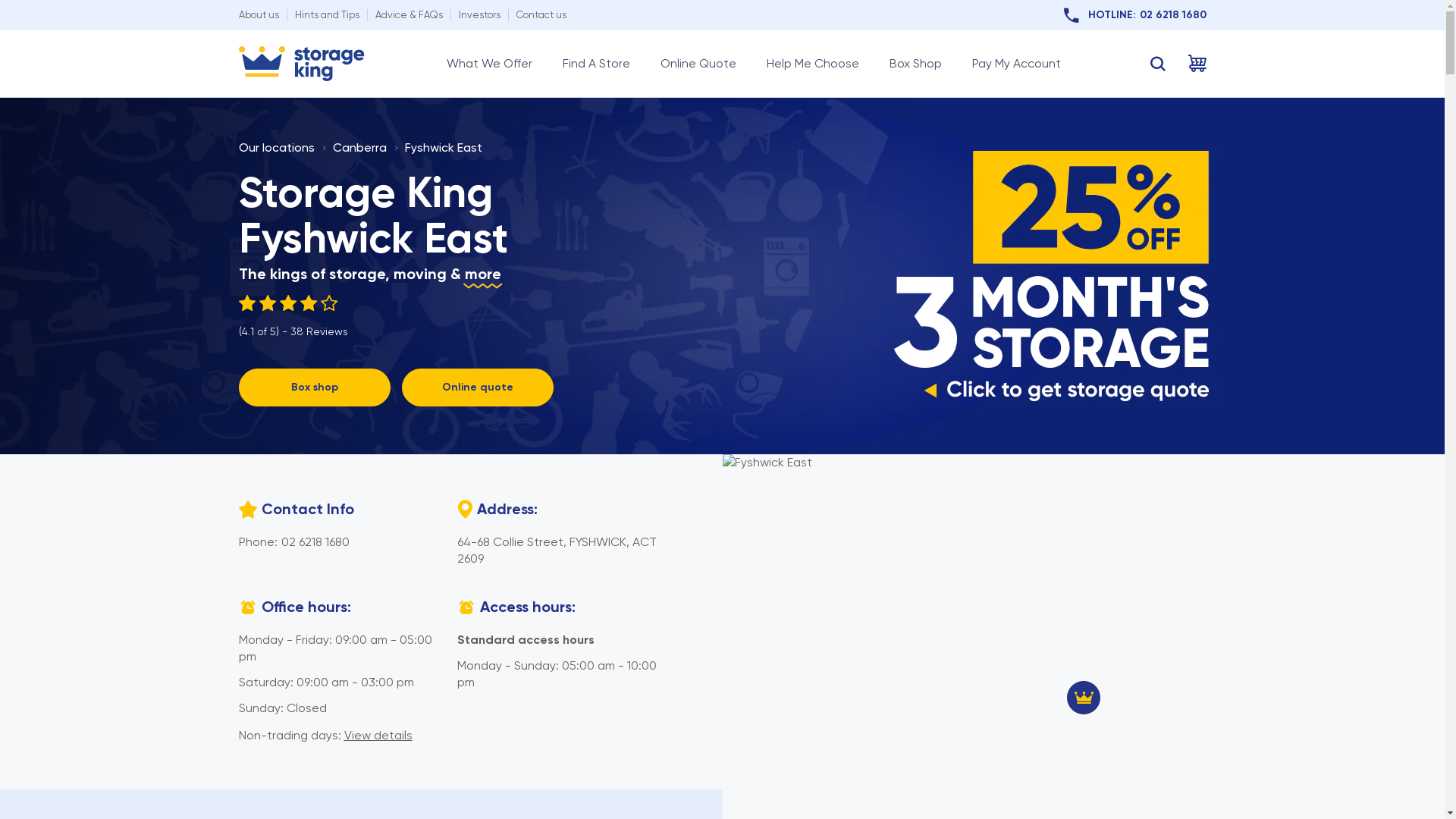 Image resolution: width=1456 pixels, height=819 pixels. Describe the element at coordinates (595, 63) in the screenshot. I see `'Find A Store'` at that location.